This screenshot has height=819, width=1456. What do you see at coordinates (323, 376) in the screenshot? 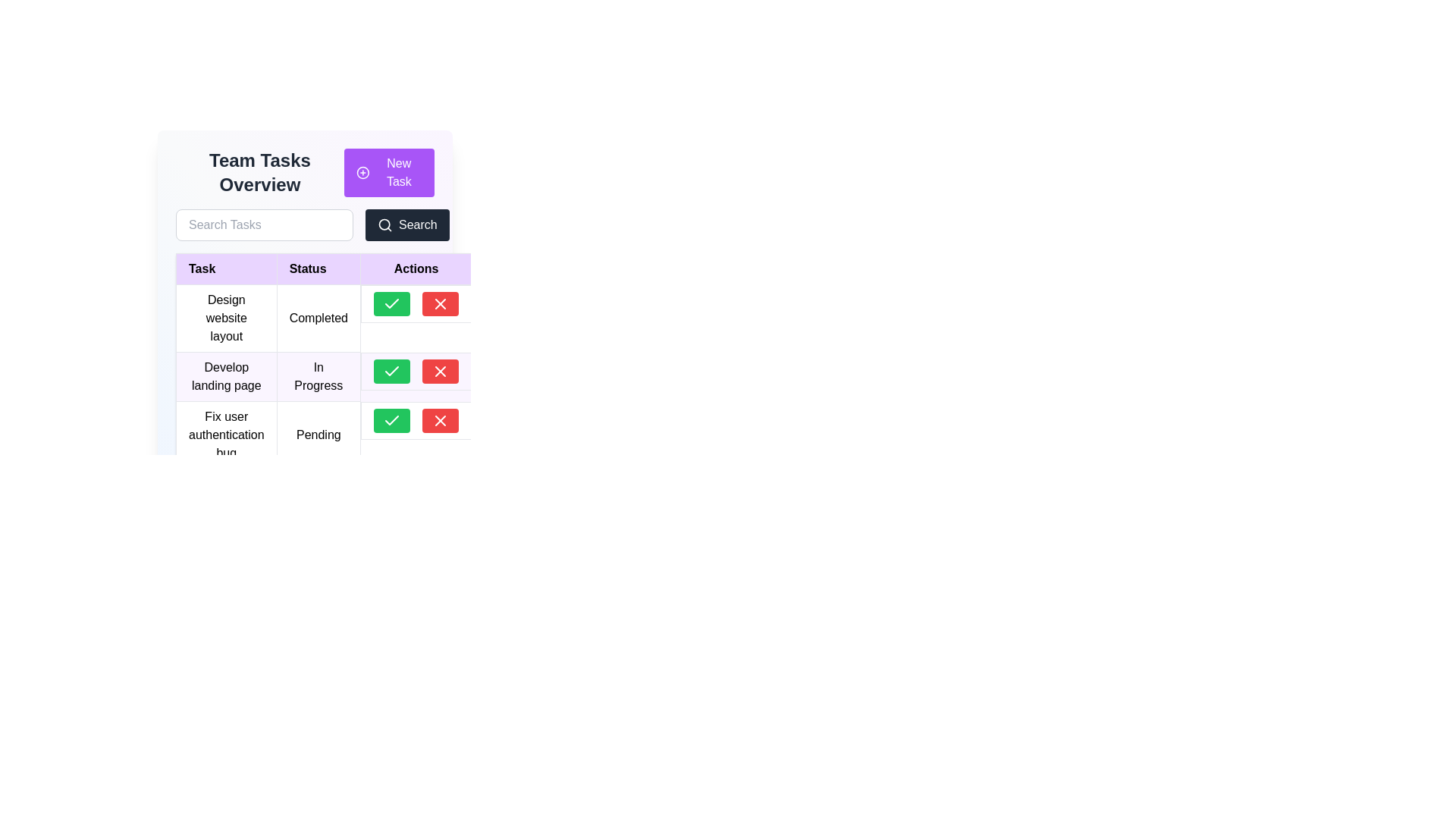
I see `the status text label in the second row of the table that indicates the current status of the task 'Develop landing page'` at bounding box center [323, 376].